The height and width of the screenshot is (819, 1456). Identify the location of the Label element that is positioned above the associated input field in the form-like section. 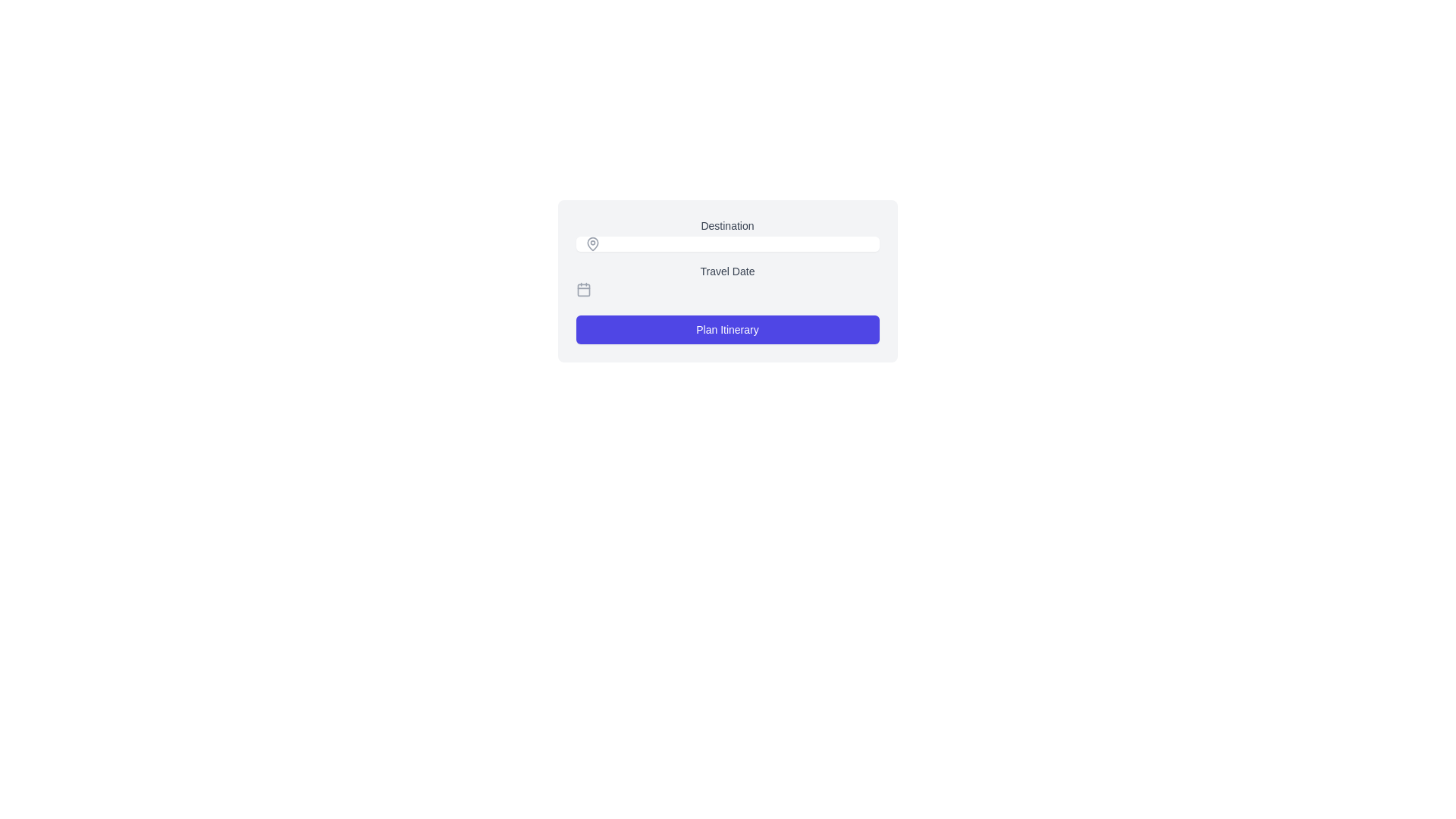
(726, 234).